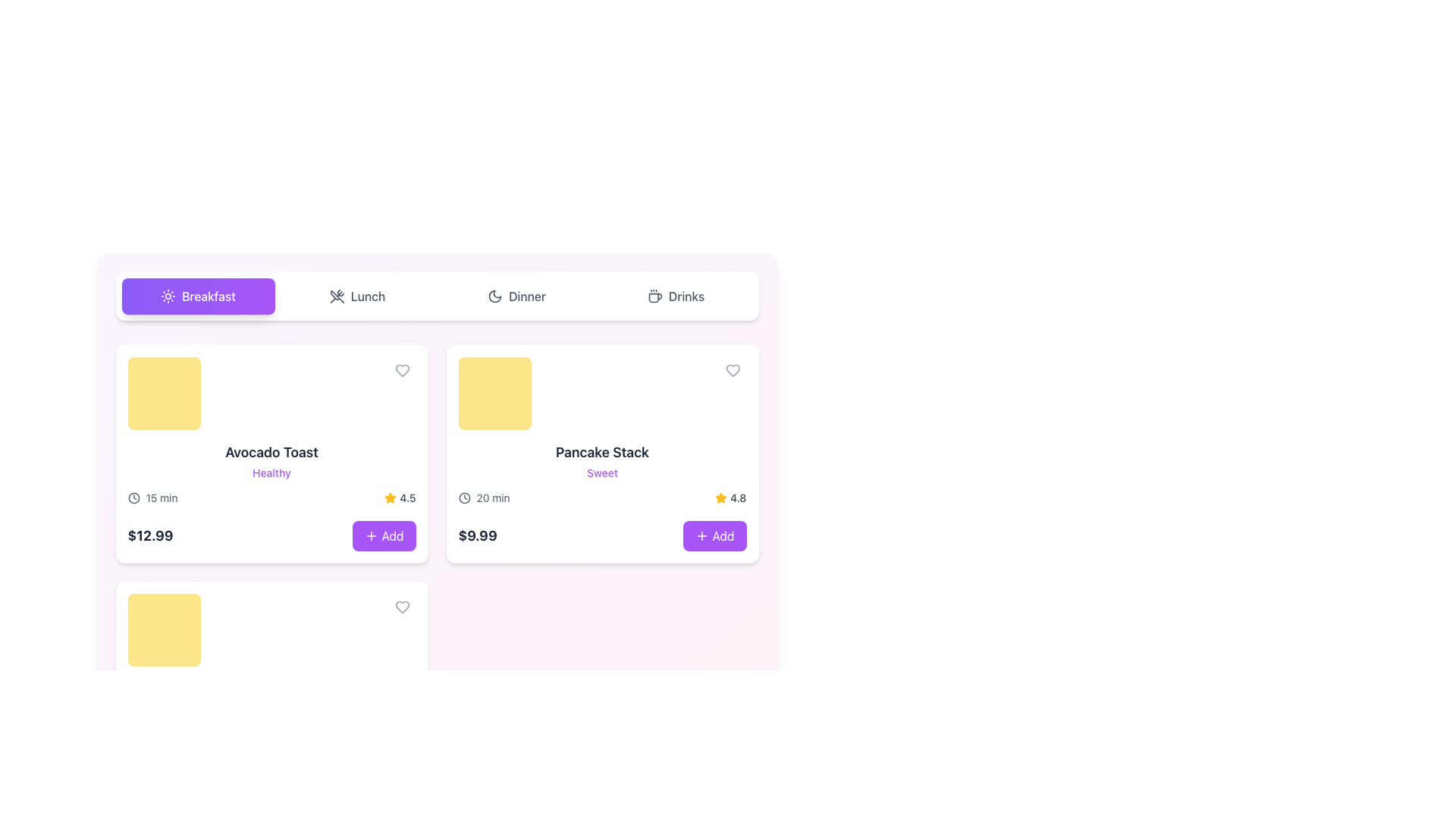 The height and width of the screenshot is (819, 1456). Describe the element at coordinates (516, 296) in the screenshot. I see `the "Dinner" button, which features a crescent moon icon on the left and the text styled in gray on its right` at that location.